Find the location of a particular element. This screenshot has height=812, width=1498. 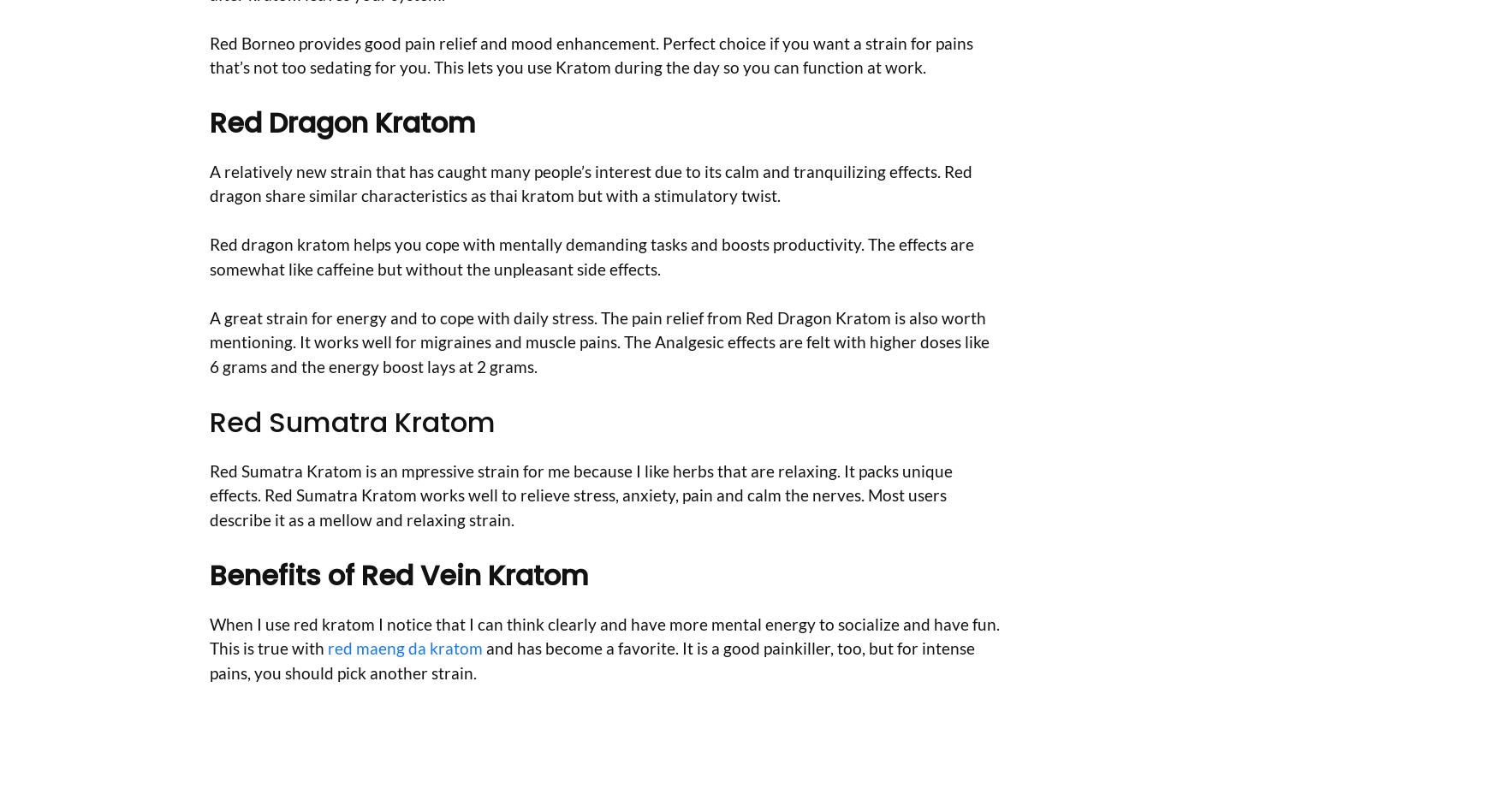

'A relatively new strain that has caught many people’s interest due to its calm and tranquilizing effects. Red dragon share similar characteristics as thai kratom but with a stimulatory twist.' is located at coordinates (591, 181).